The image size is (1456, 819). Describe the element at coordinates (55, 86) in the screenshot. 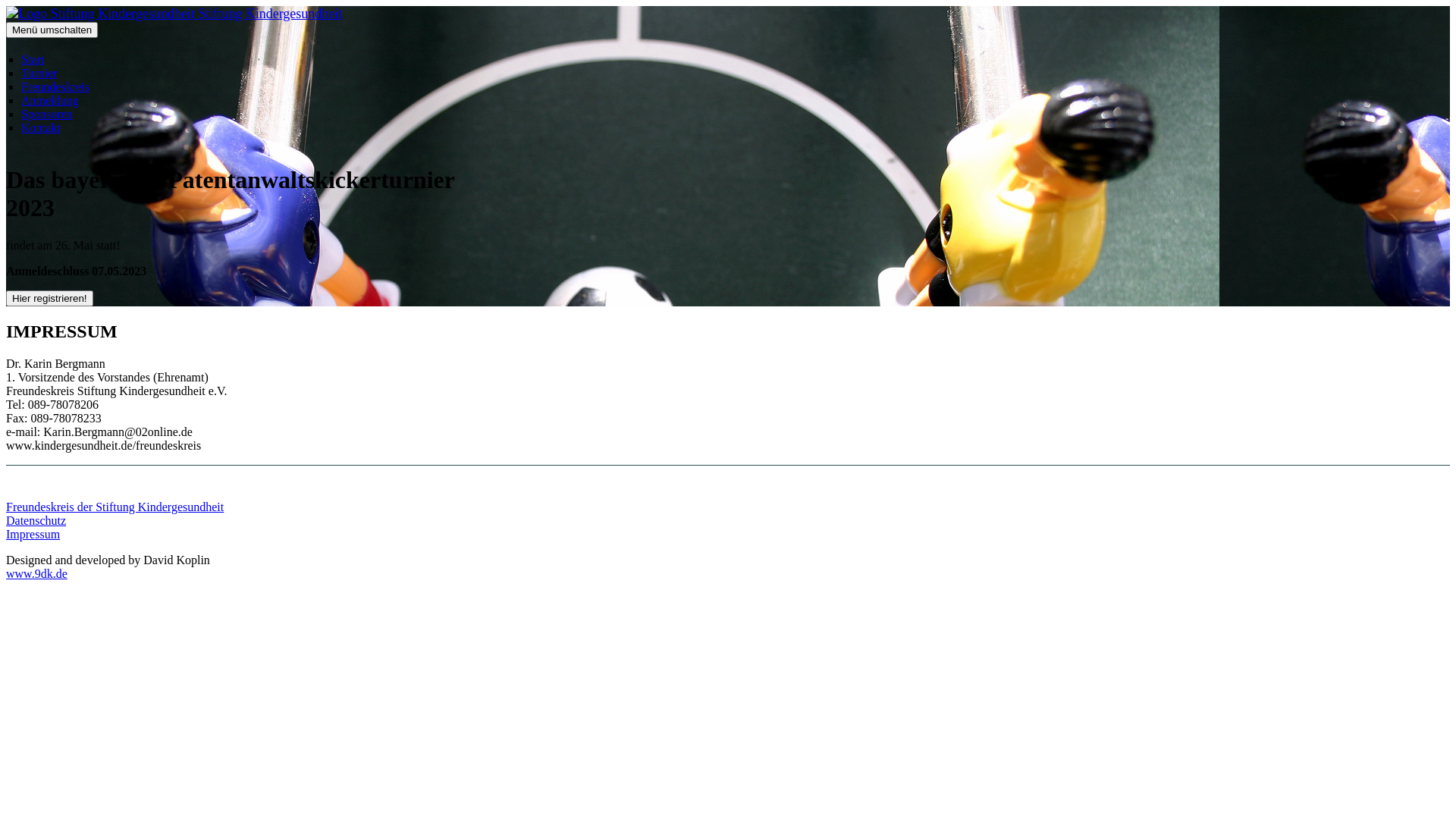

I see `'Freundeskreis'` at that location.